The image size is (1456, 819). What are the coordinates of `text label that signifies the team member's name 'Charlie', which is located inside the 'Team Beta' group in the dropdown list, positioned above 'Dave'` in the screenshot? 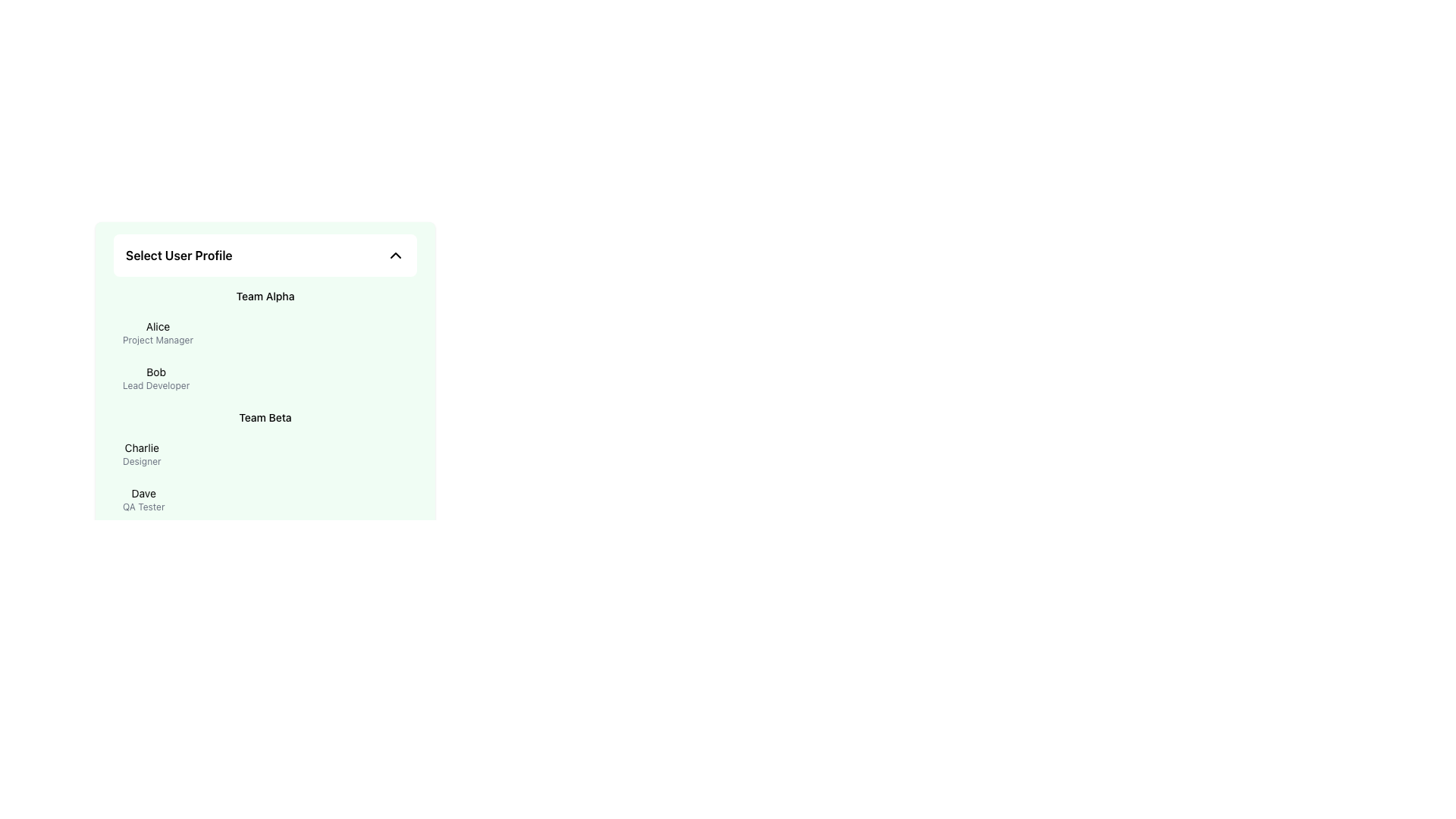 It's located at (142, 447).